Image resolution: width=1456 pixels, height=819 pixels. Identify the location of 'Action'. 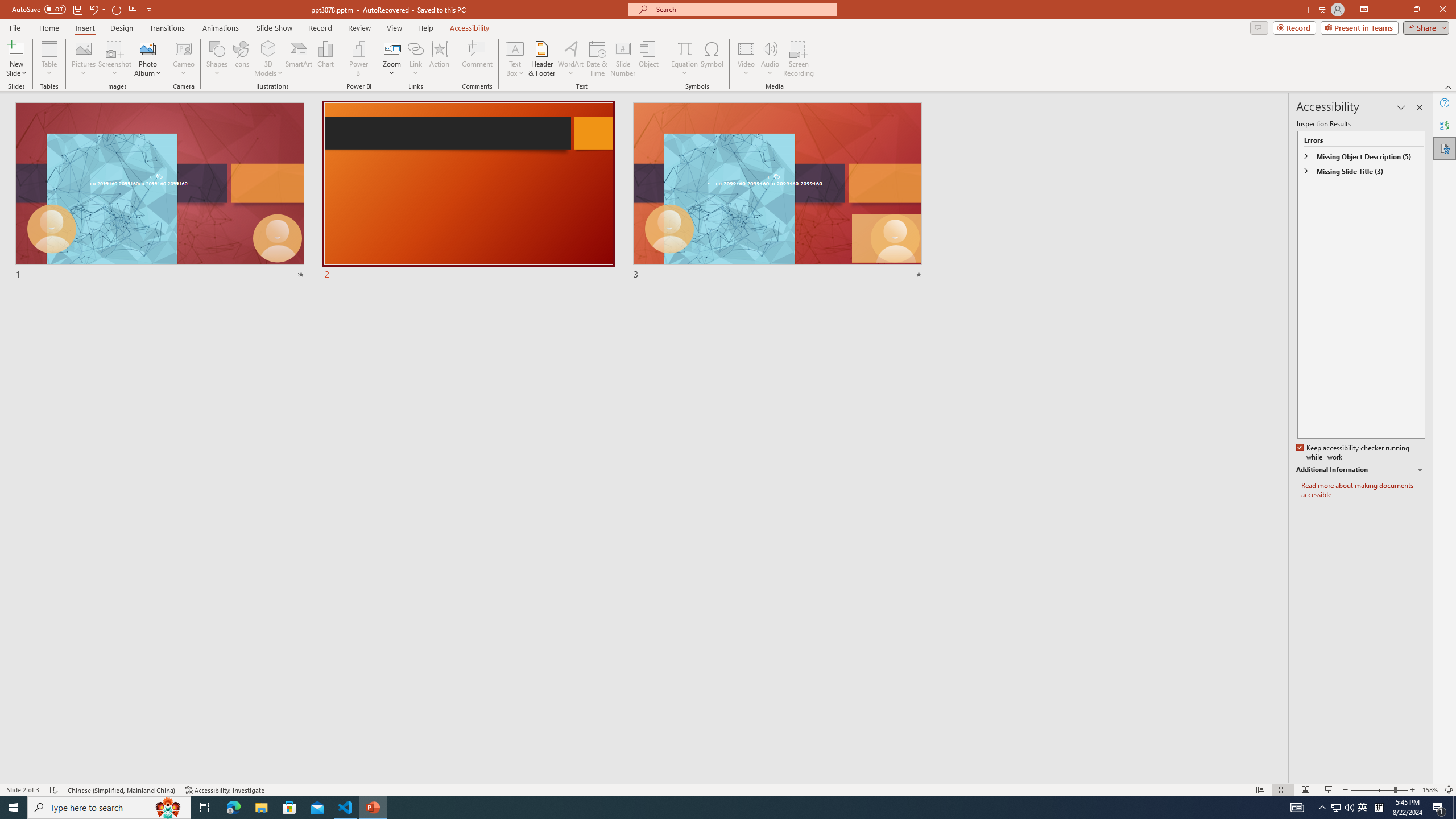
(440, 59).